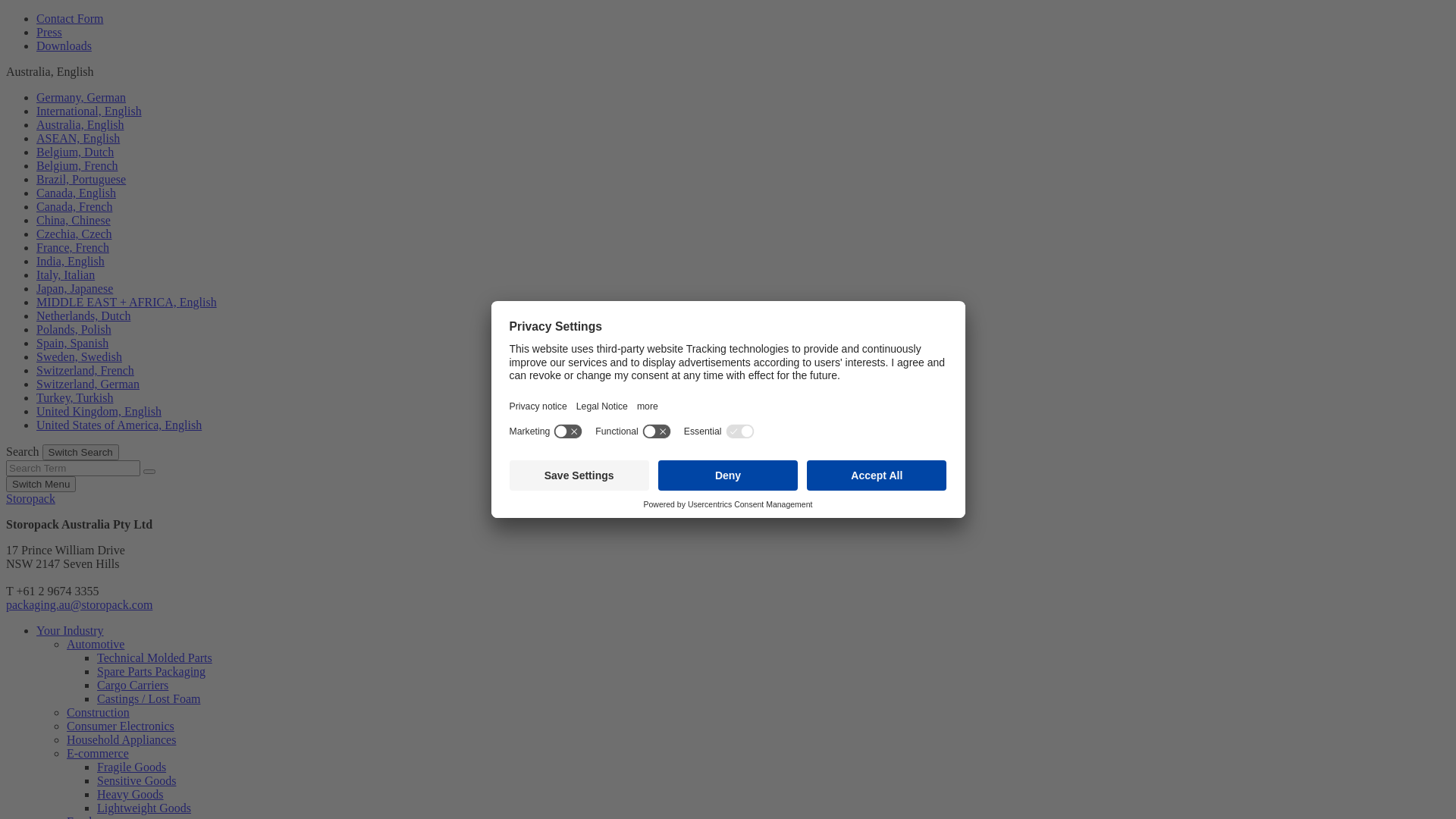 The image size is (1456, 819). Describe the element at coordinates (69, 260) in the screenshot. I see `'India, English'` at that location.